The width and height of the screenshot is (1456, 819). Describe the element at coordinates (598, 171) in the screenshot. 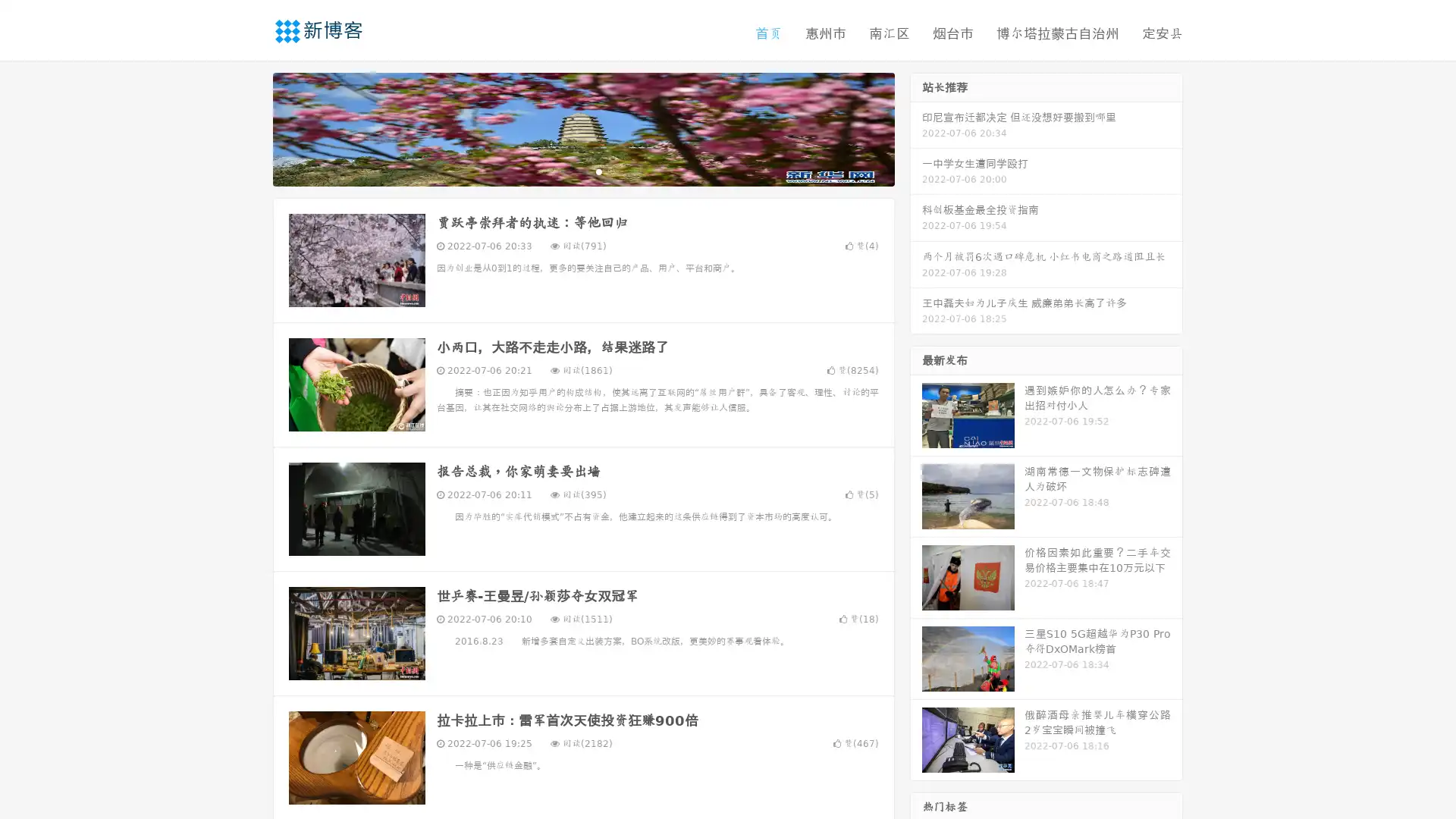

I see `Go to slide 3` at that location.